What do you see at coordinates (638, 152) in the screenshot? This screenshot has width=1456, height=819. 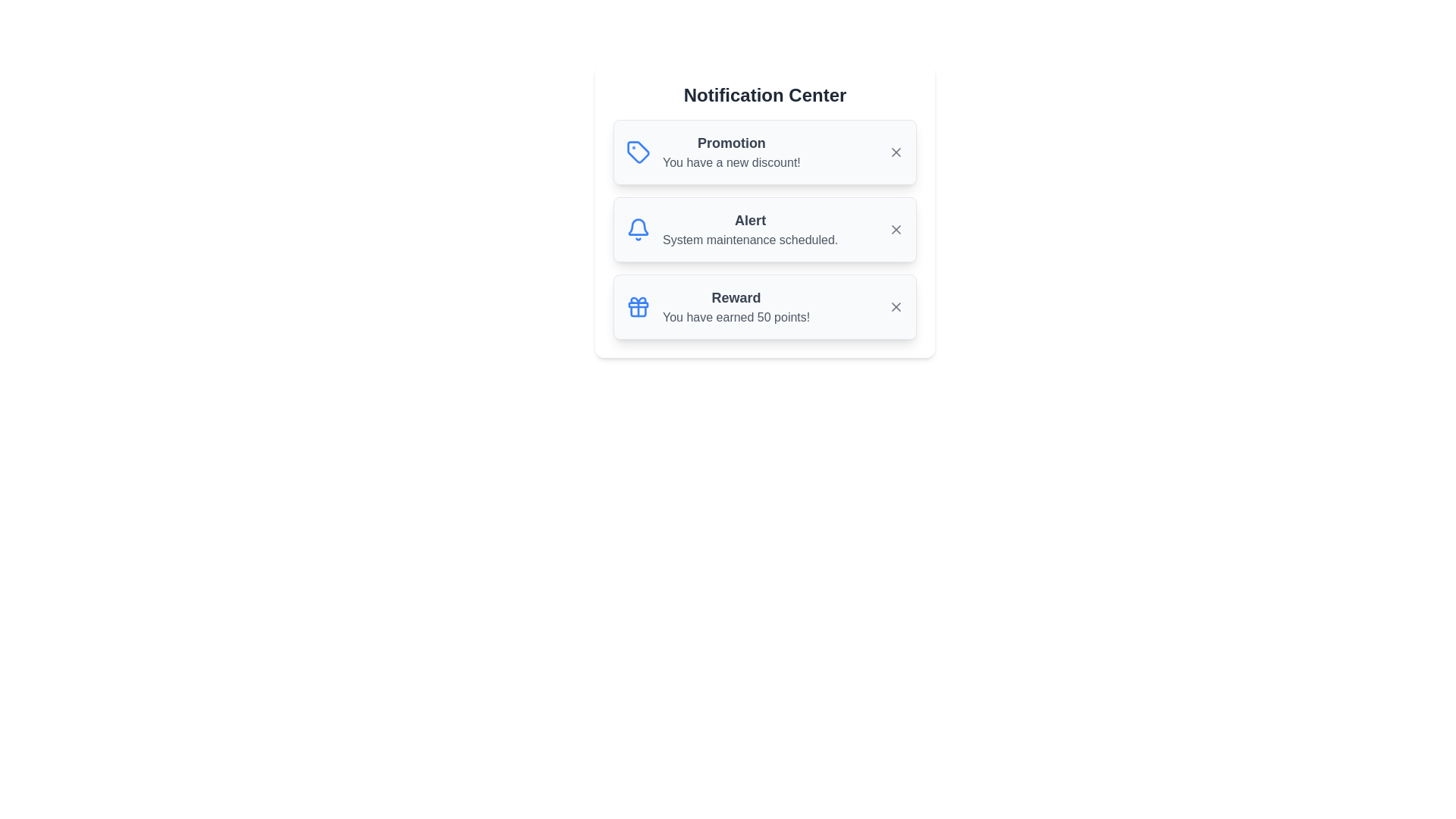 I see `the blue tag icon located in the topmost notification card, to the left of the 'Promotion' text heading` at bounding box center [638, 152].